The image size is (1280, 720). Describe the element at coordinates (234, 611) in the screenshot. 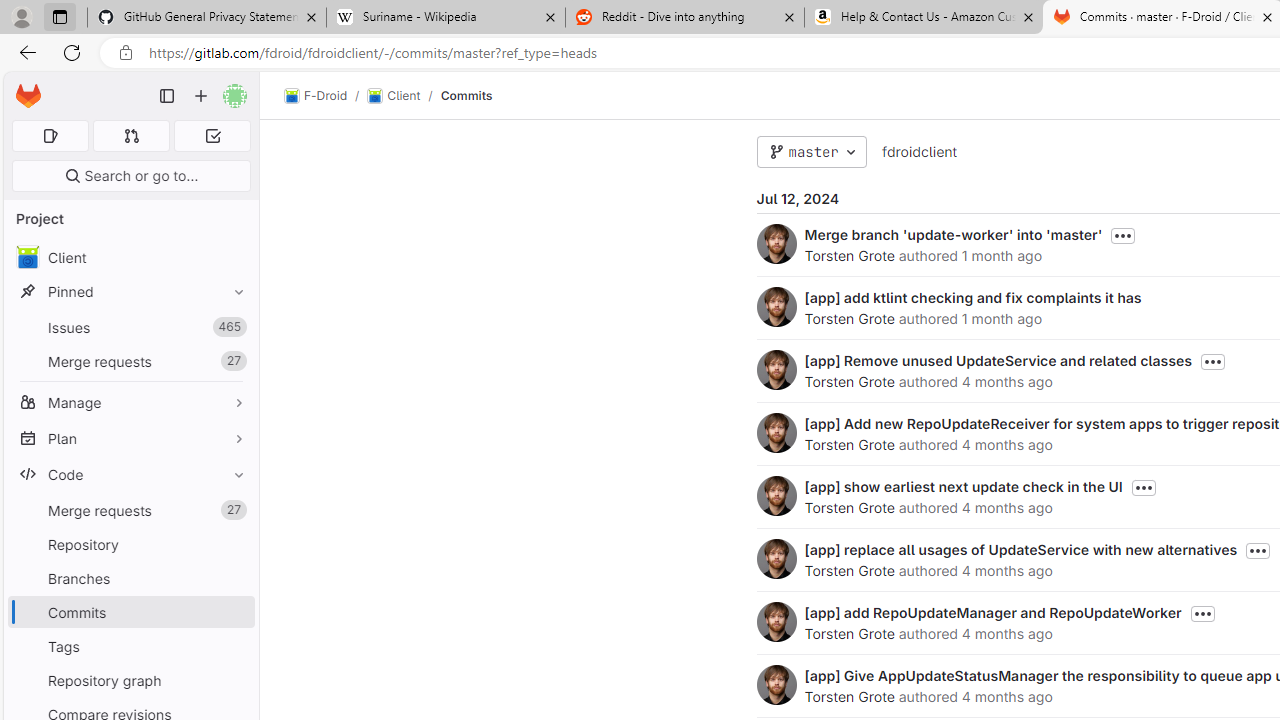

I see `'Pin Commits'` at that location.